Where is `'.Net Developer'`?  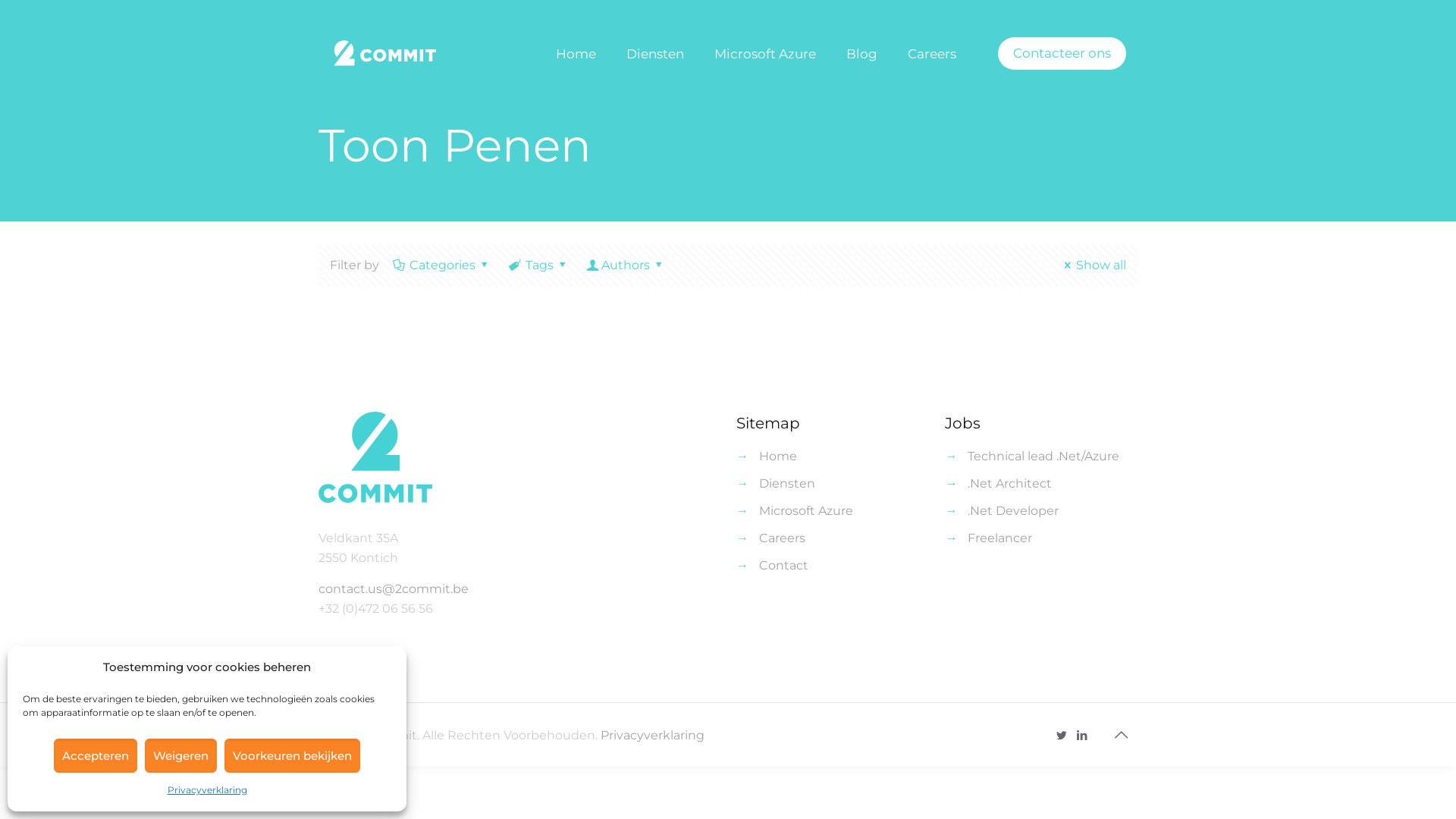 '.Net Developer' is located at coordinates (1012, 510).